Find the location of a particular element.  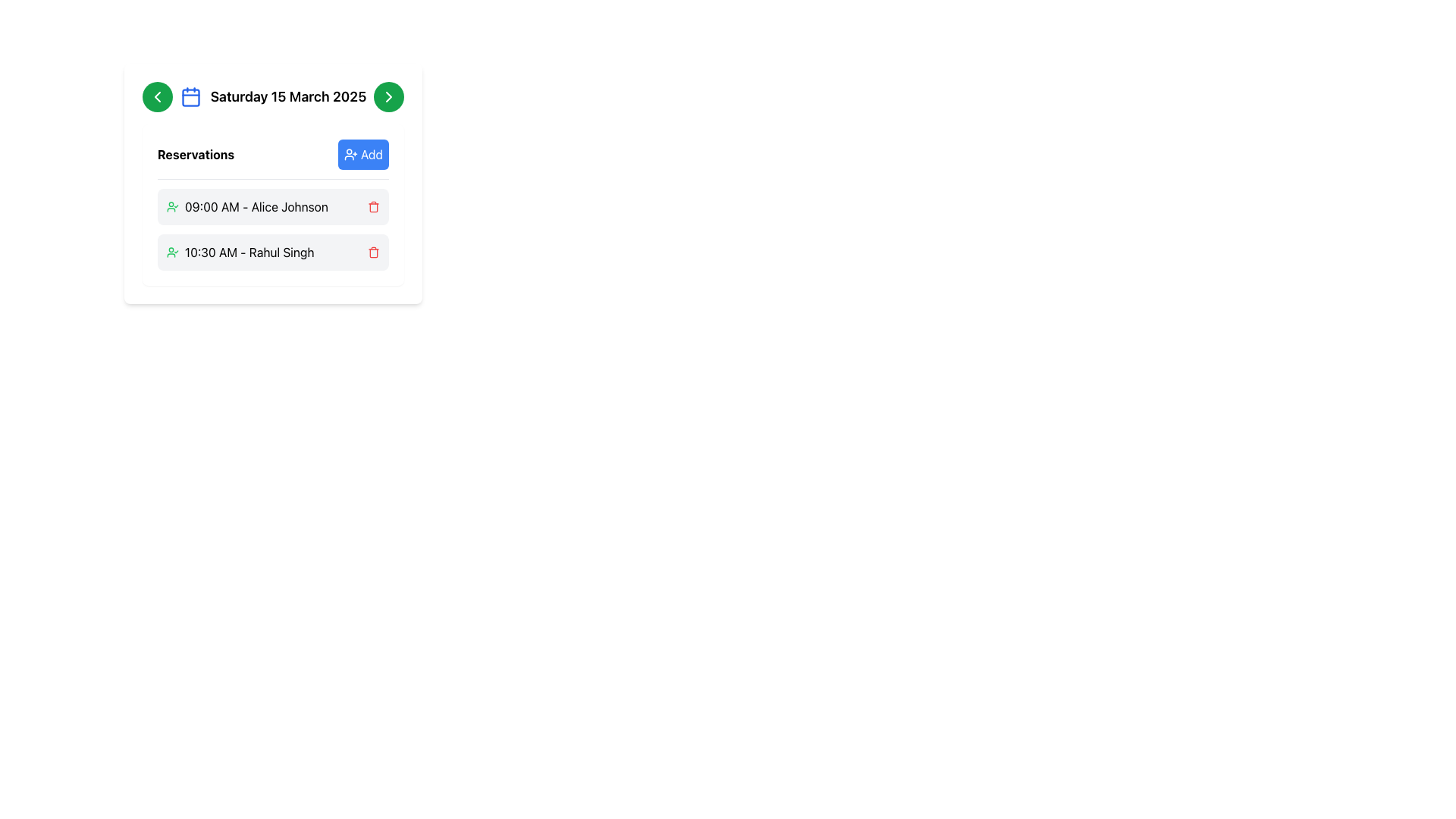

the scheduled event list item located in the second position under the 'Reservations' header for more information is located at coordinates (240, 251).